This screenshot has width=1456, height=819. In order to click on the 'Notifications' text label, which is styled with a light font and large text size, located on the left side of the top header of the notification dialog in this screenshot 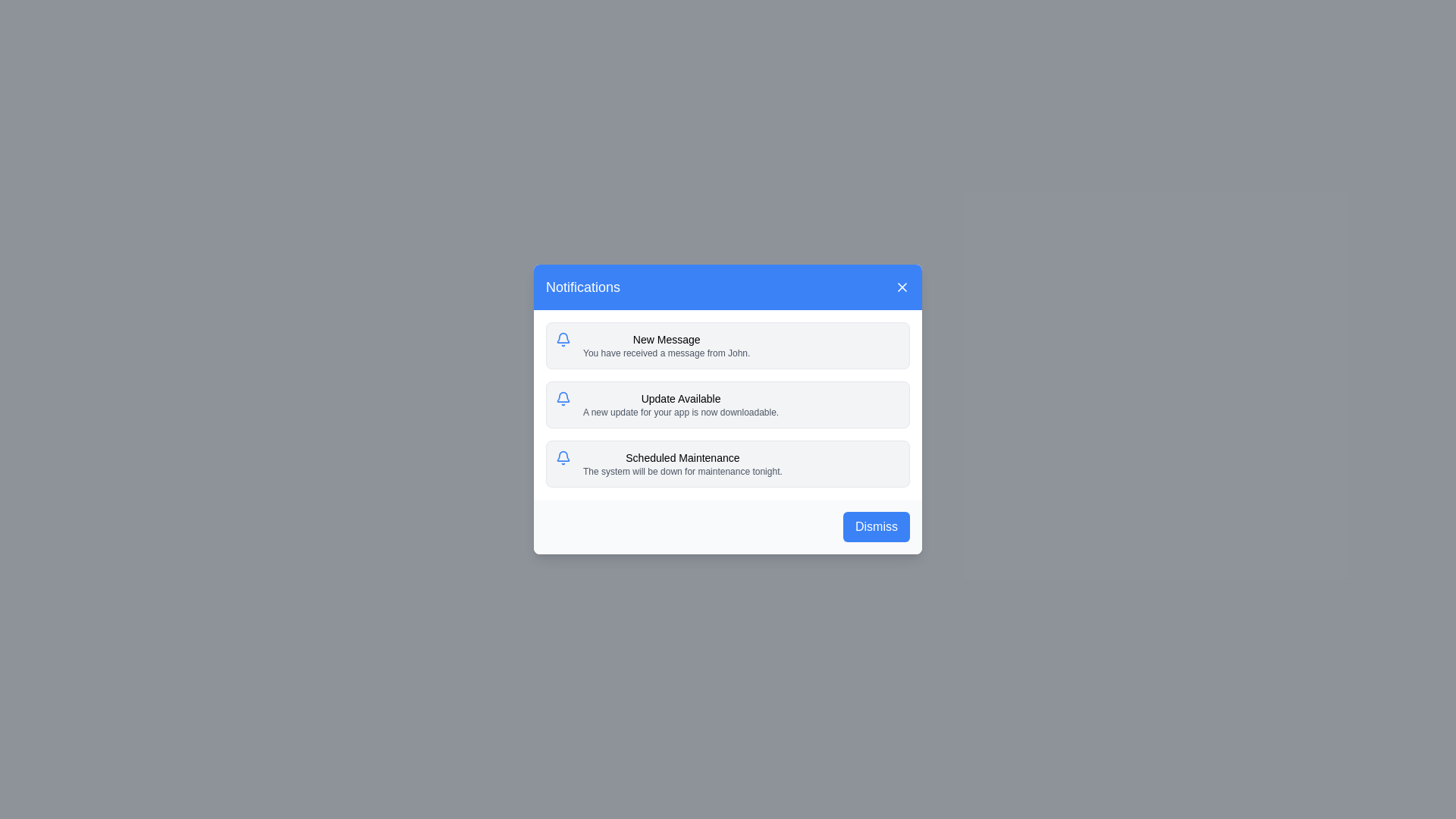, I will do `click(582, 287)`.